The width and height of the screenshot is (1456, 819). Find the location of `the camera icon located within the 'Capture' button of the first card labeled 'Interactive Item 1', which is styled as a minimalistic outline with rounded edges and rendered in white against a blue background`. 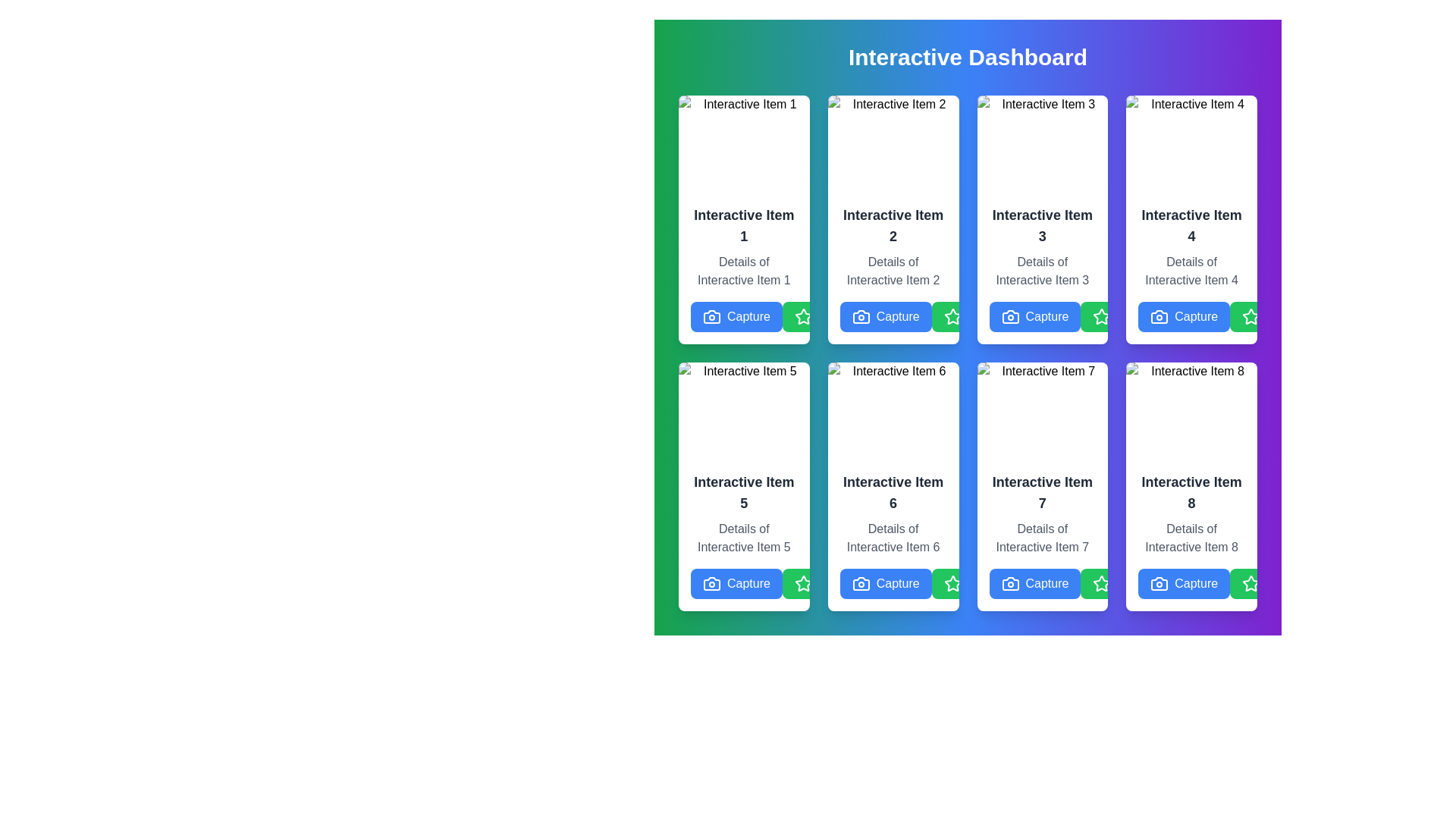

the camera icon located within the 'Capture' button of the first card labeled 'Interactive Item 1', which is styled as a minimalistic outline with rounded edges and rendered in white against a blue background is located at coordinates (711, 315).